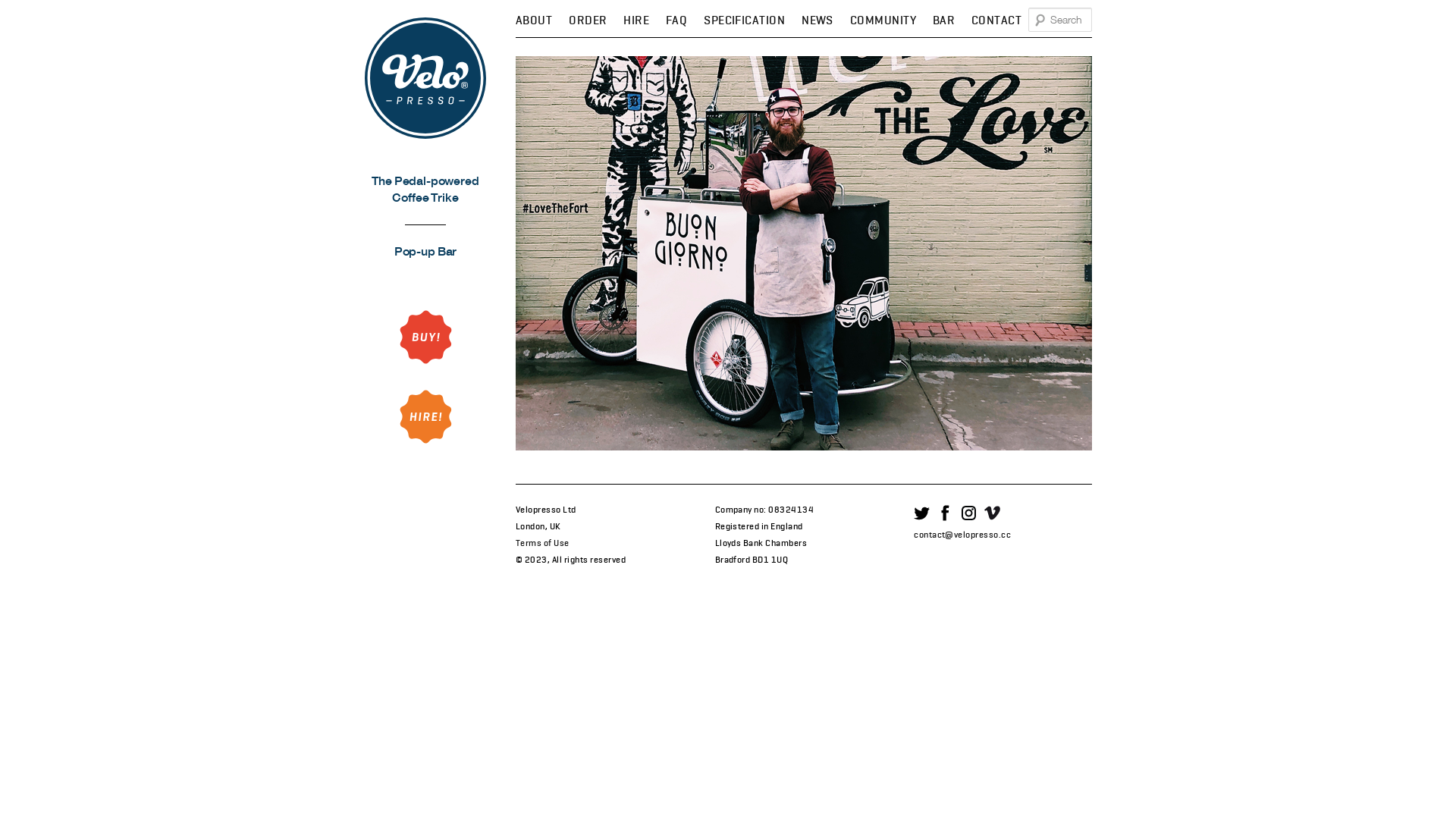 The image size is (1456, 819). What do you see at coordinates (950, 20) in the screenshot?
I see `'BAR'` at bounding box center [950, 20].